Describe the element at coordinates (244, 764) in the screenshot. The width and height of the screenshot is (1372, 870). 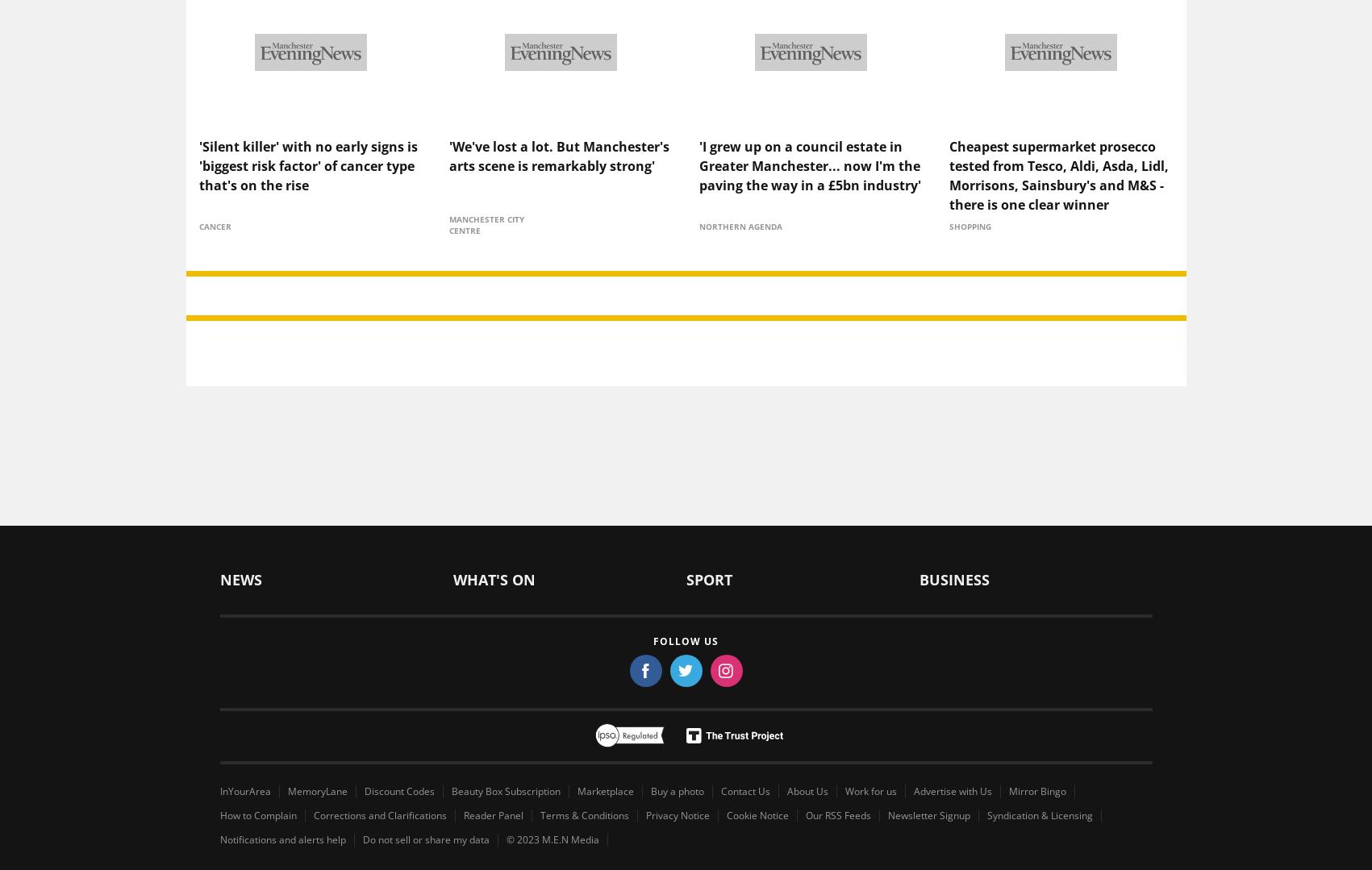
I see `'InYourArea'` at that location.